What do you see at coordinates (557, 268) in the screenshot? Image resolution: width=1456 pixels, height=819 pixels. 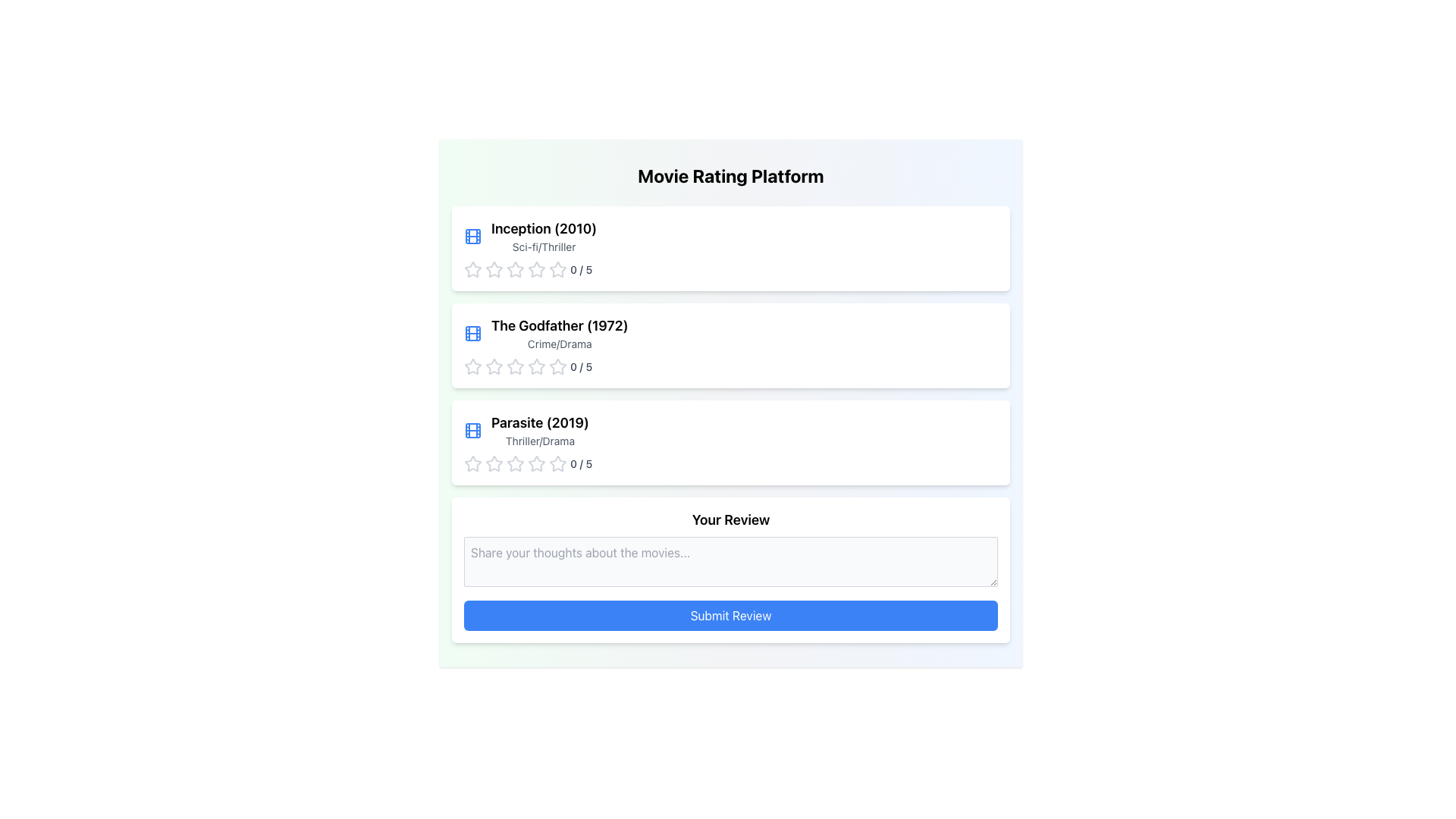 I see `the fifth rating star icon for the movie 'Inception (2010)', which is a light gray hollow star located in the rating section` at bounding box center [557, 268].